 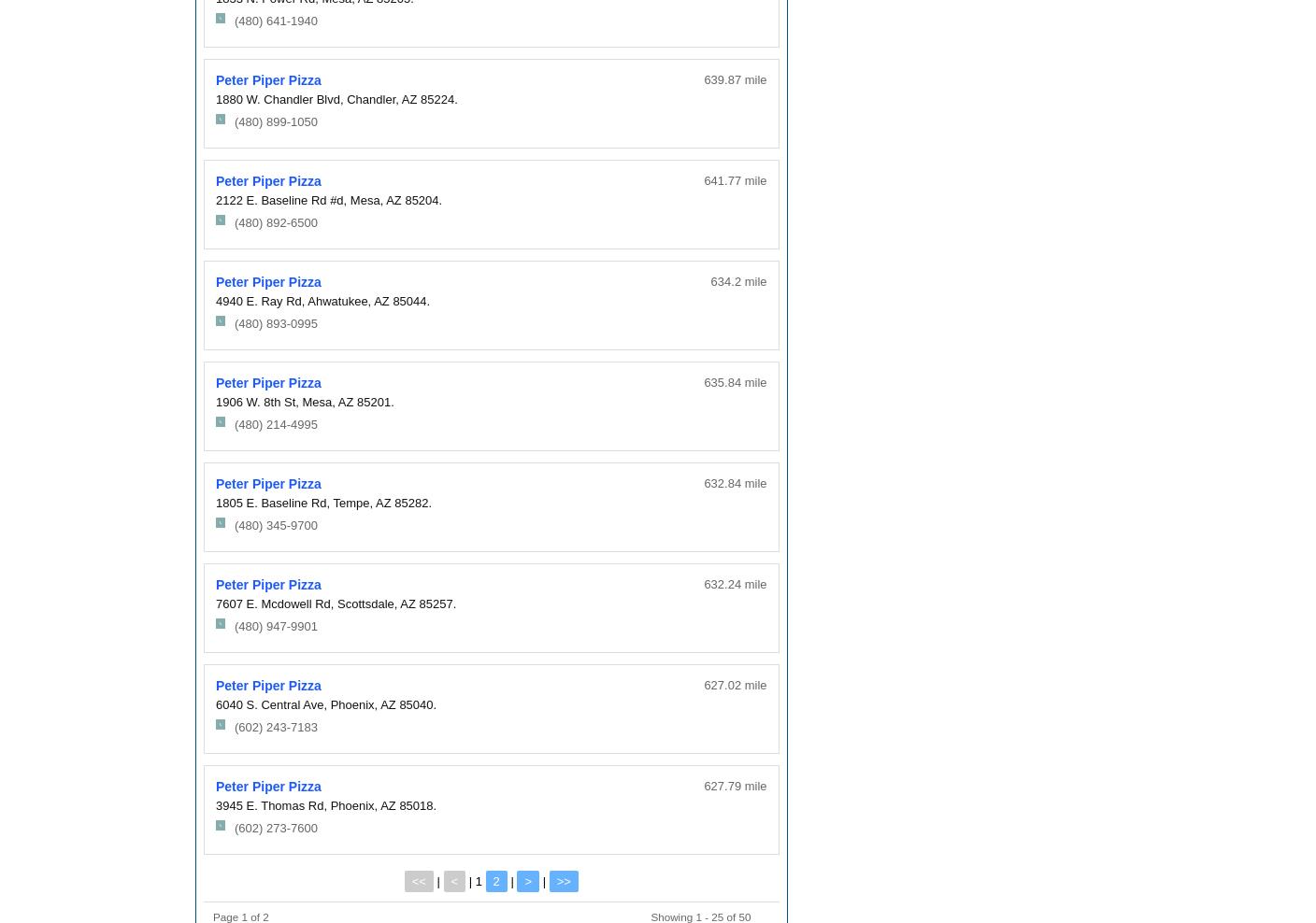 I want to click on '7607 E. Mcdowell Rd,', so click(x=215, y=602).